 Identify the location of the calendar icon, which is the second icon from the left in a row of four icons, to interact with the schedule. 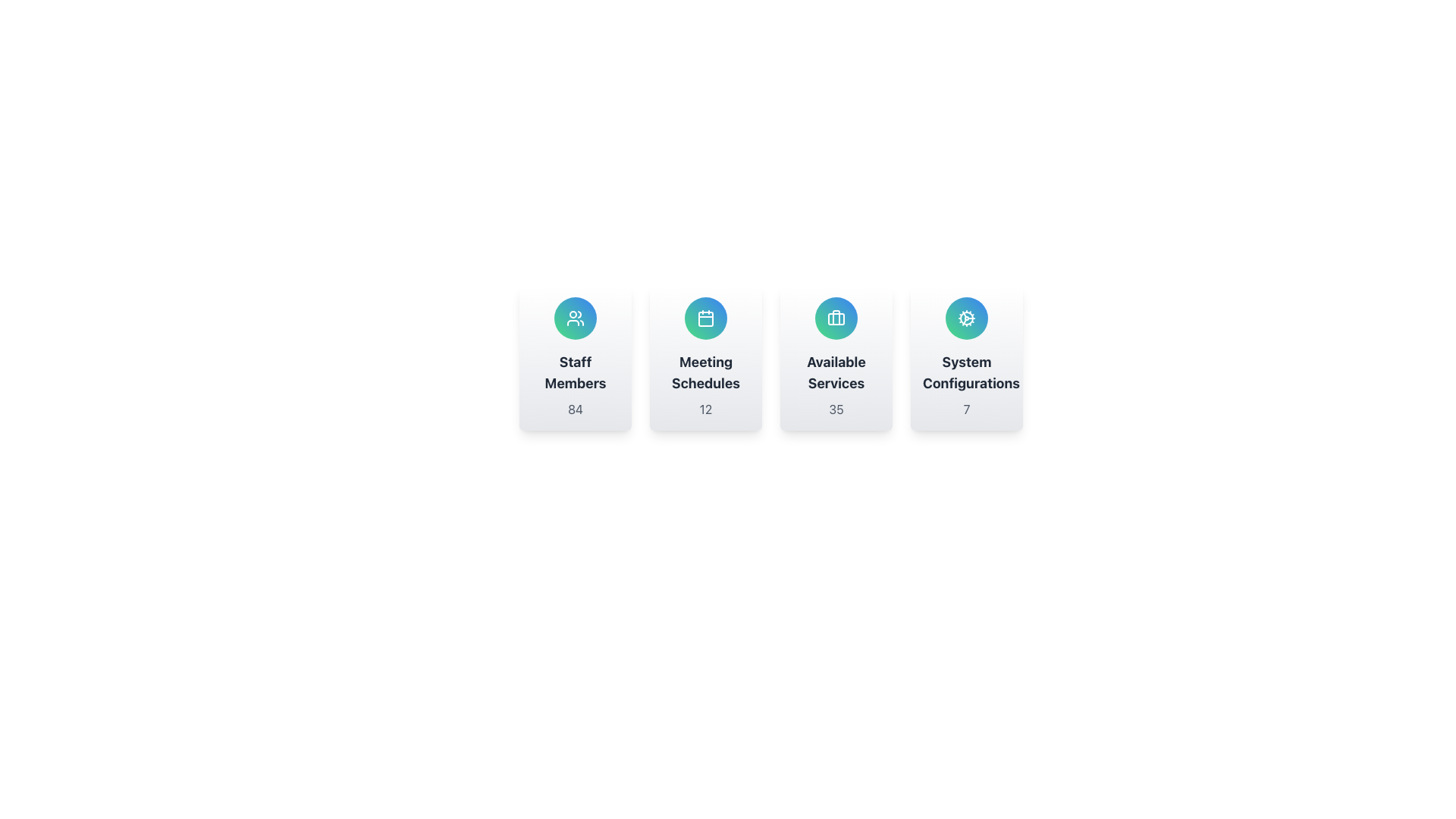
(705, 318).